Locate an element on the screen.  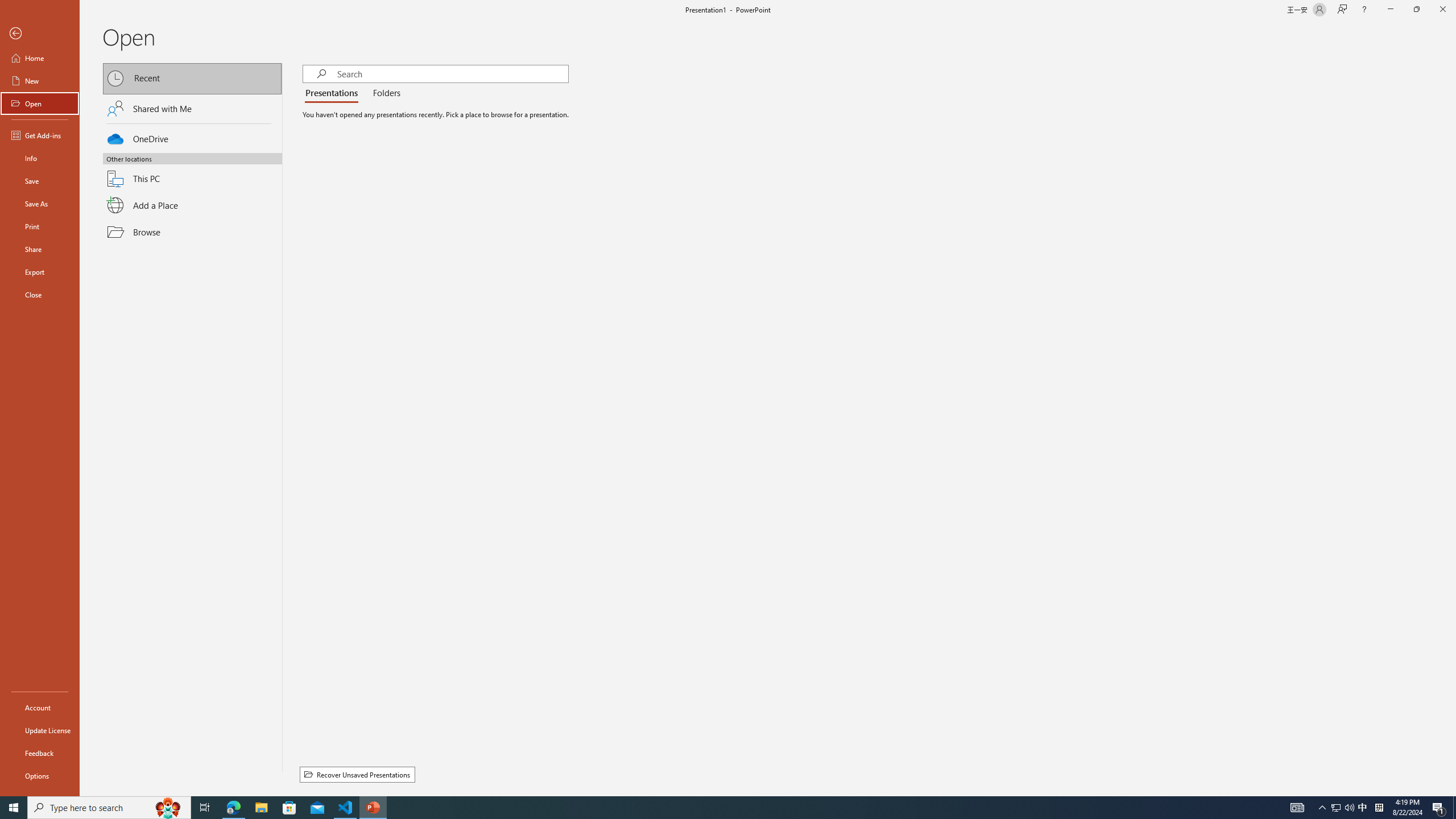
'New' is located at coordinates (39, 80).